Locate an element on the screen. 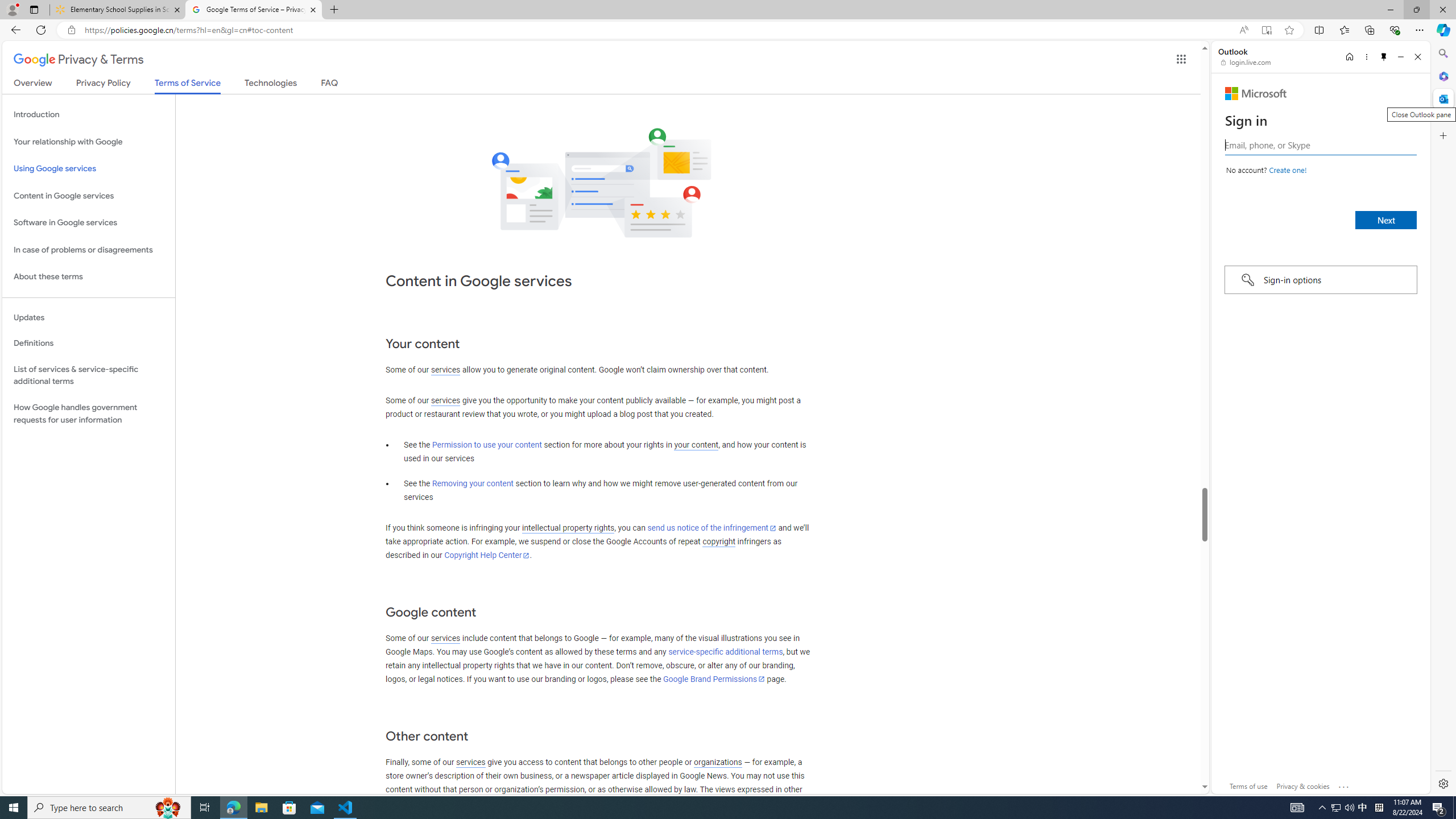 The image size is (1456, 819). 'Next' is located at coordinates (1386, 220).